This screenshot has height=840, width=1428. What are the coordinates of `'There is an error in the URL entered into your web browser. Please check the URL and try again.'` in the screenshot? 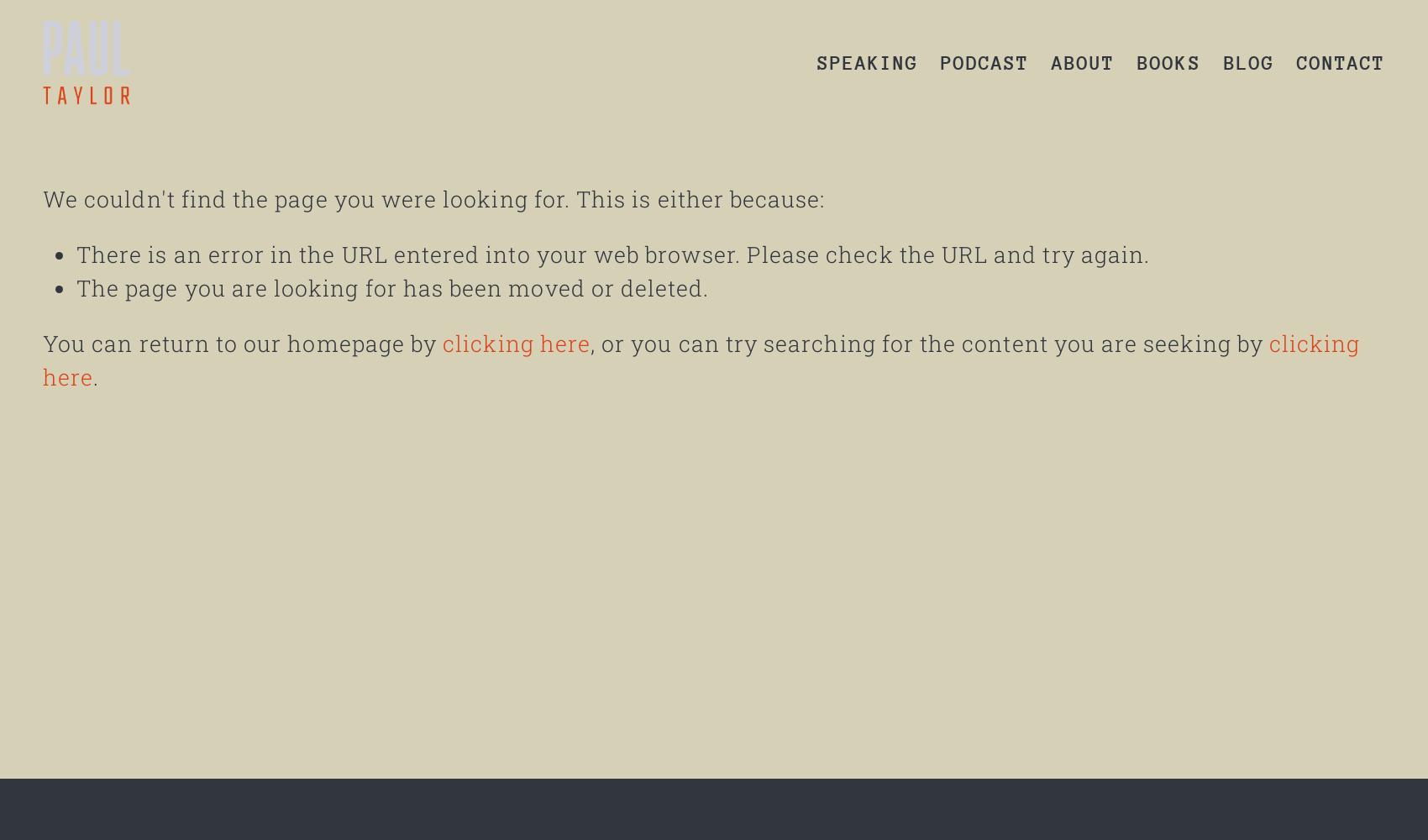 It's located at (612, 254).